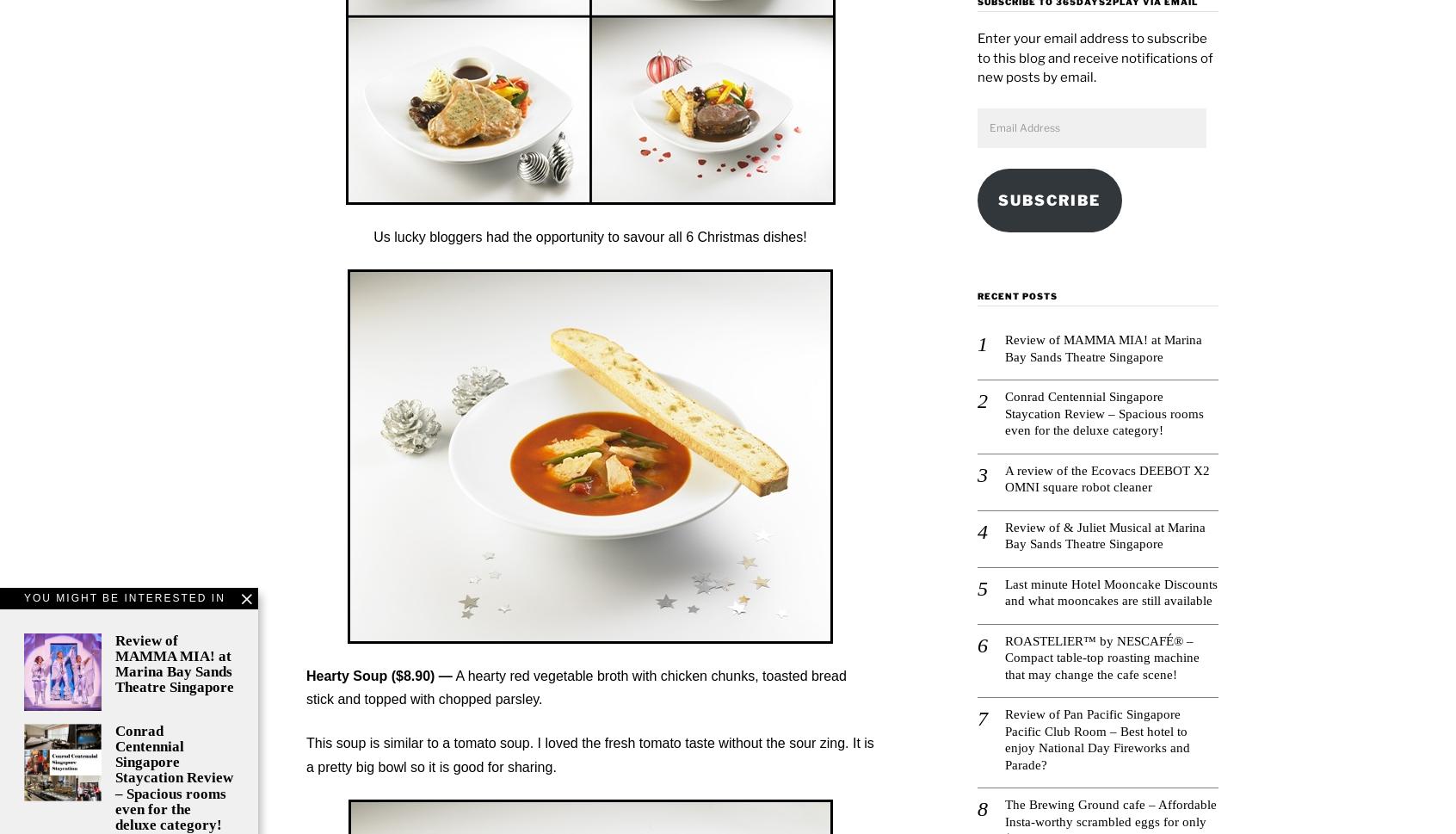 Image resolution: width=1456 pixels, height=834 pixels. Describe the element at coordinates (22, 596) in the screenshot. I see `'You might be interested in'` at that location.